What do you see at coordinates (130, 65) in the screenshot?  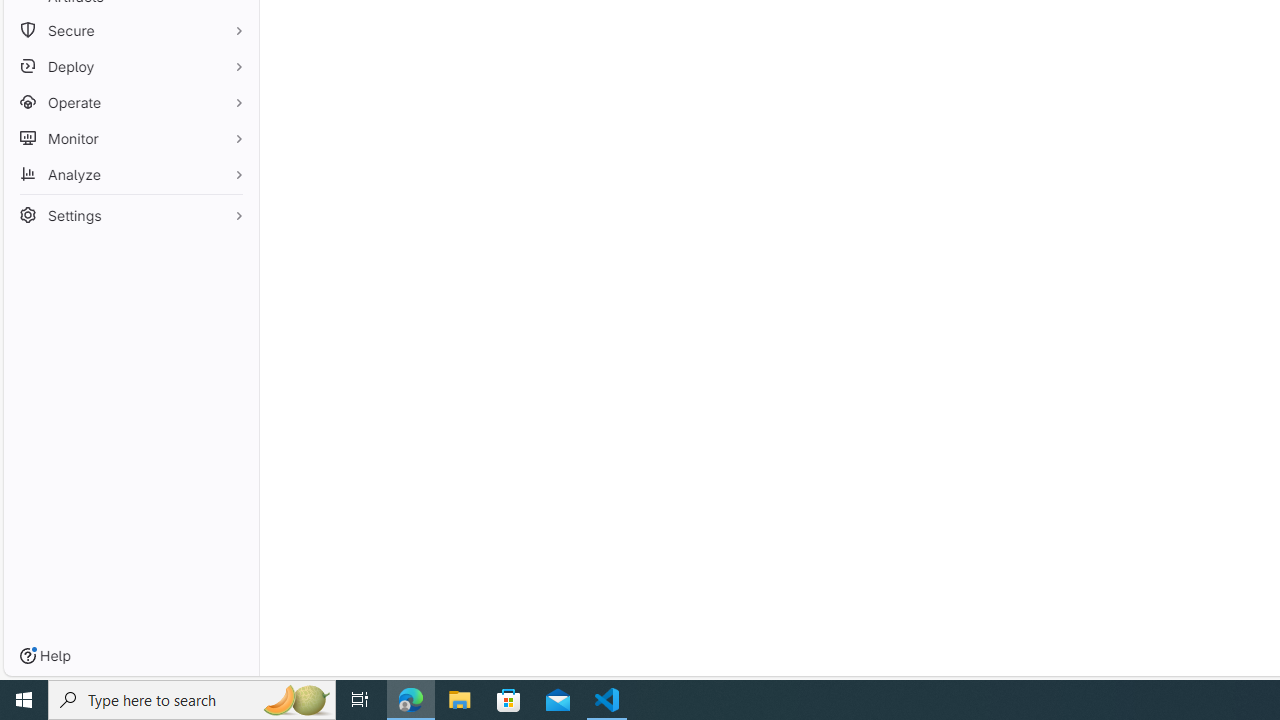 I see `'Deploy'` at bounding box center [130, 65].